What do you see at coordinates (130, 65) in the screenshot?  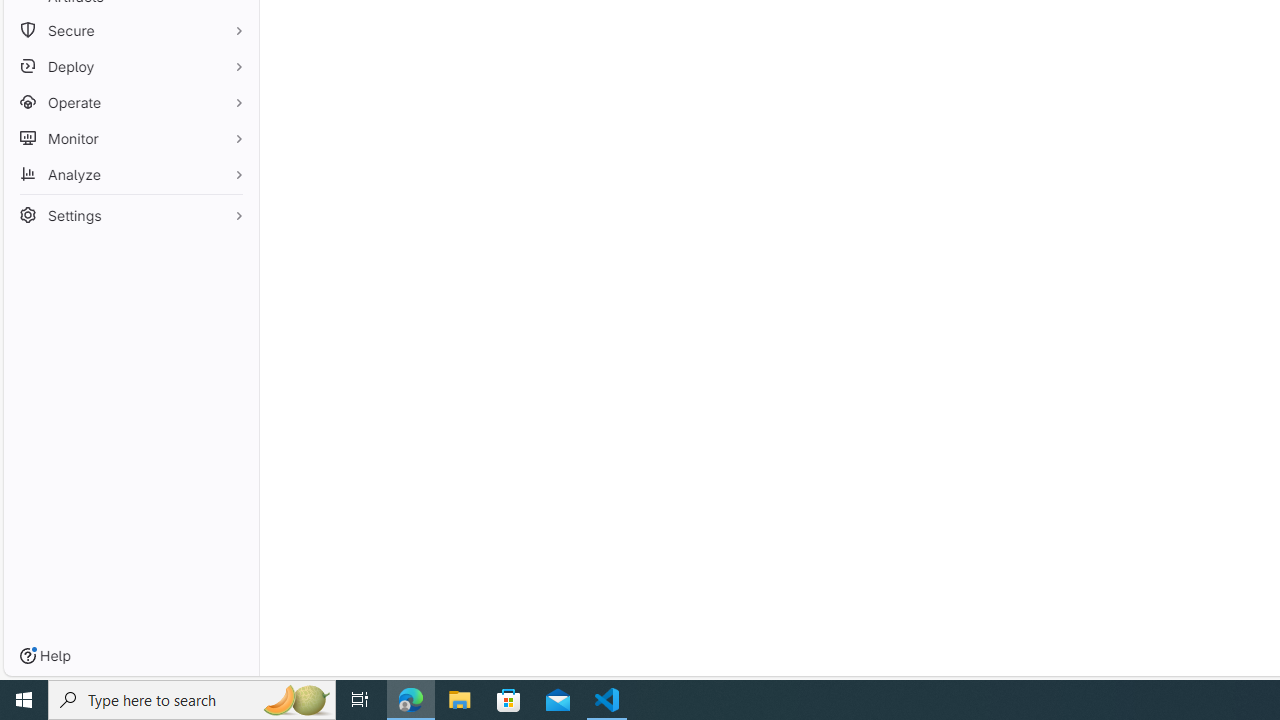 I see `'Deploy'` at bounding box center [130, 65].